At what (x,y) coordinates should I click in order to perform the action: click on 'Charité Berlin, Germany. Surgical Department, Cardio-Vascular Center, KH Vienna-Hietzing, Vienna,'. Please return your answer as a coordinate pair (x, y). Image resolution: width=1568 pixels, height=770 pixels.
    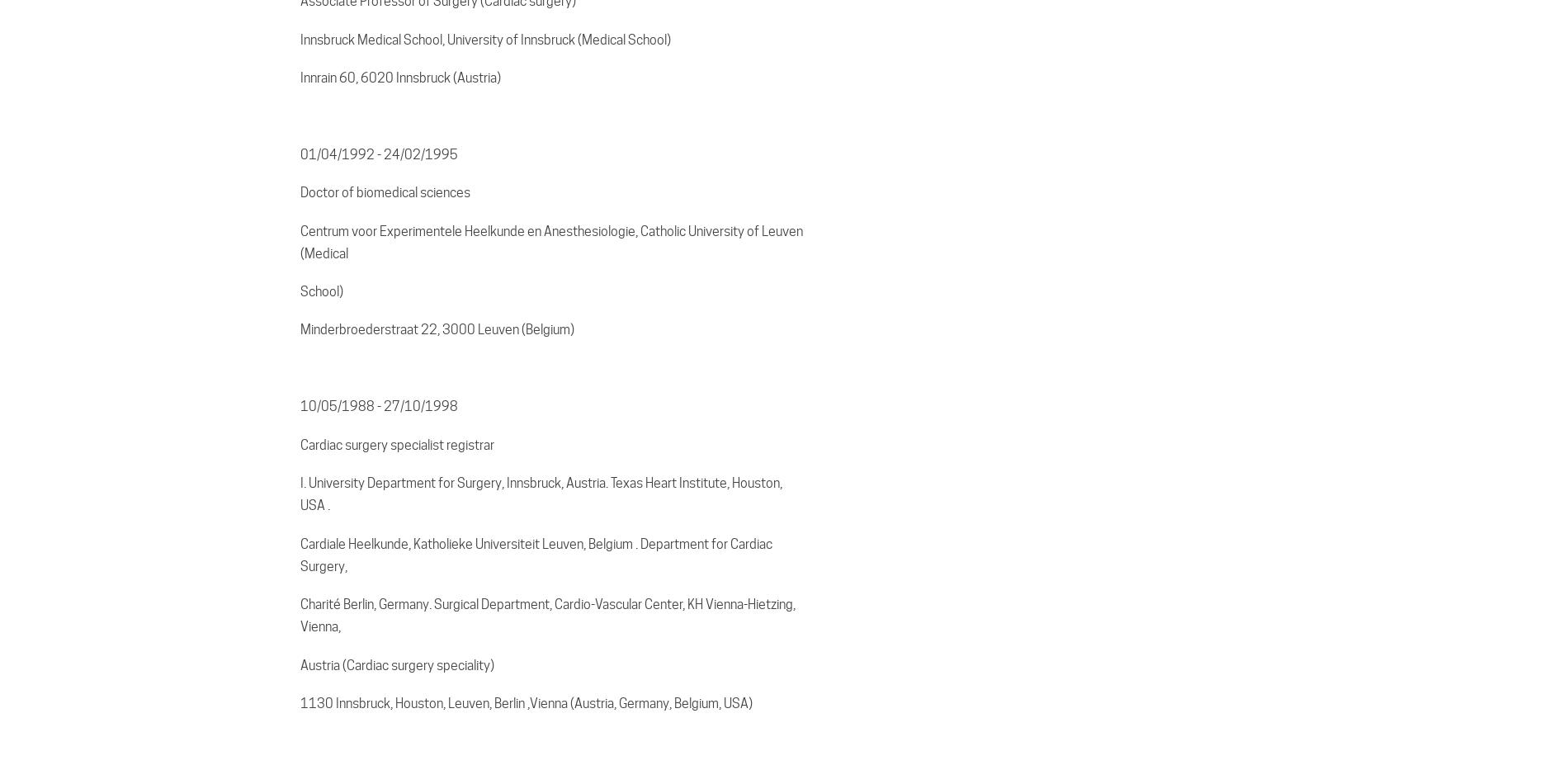
    Looking at the image, I should click on (300, 615).